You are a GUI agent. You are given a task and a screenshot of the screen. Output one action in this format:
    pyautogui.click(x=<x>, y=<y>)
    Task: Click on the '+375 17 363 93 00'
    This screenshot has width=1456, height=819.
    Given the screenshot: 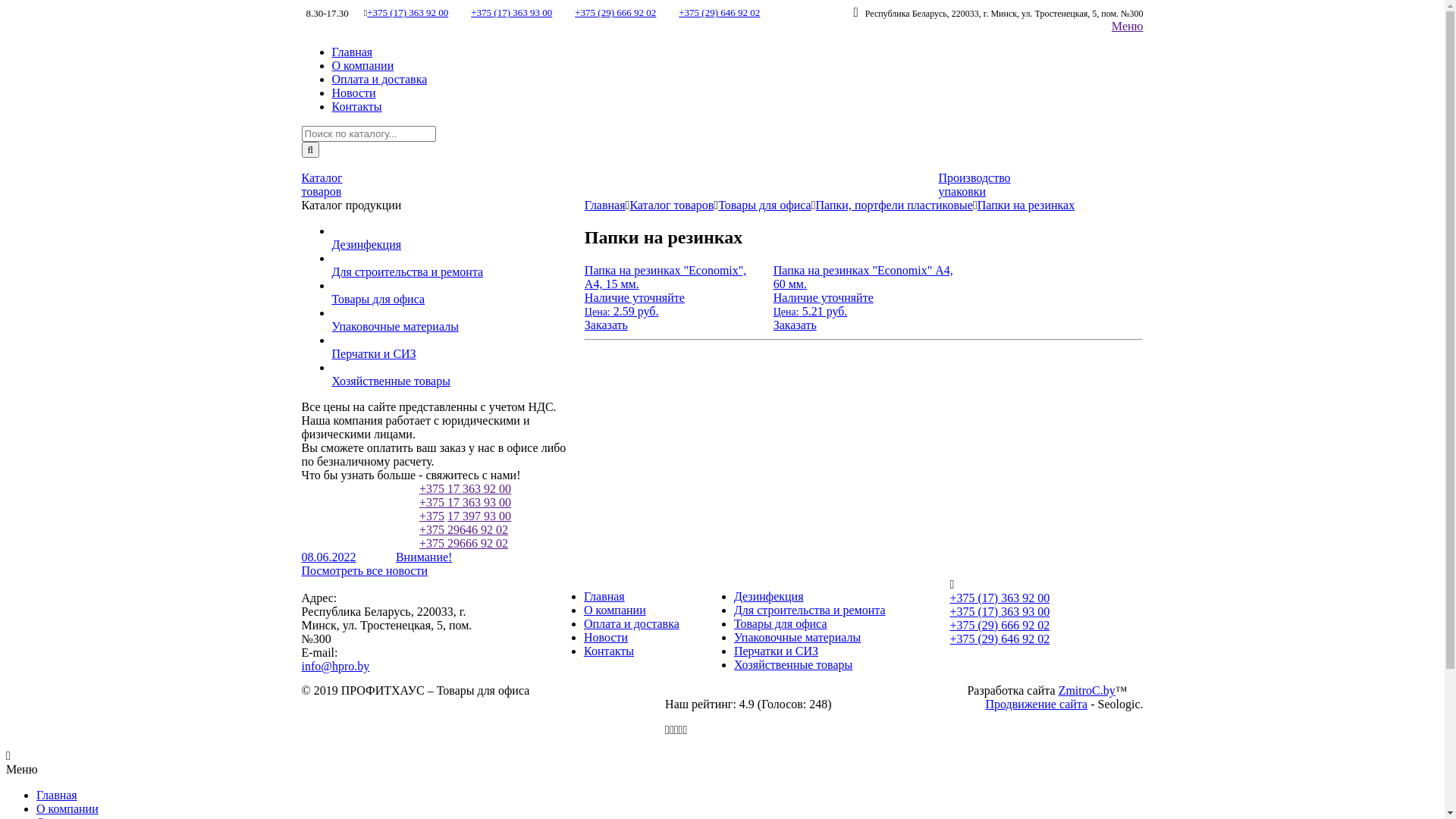 What is the action you would take?
    pyautogui.click(x=464, y=502)
    